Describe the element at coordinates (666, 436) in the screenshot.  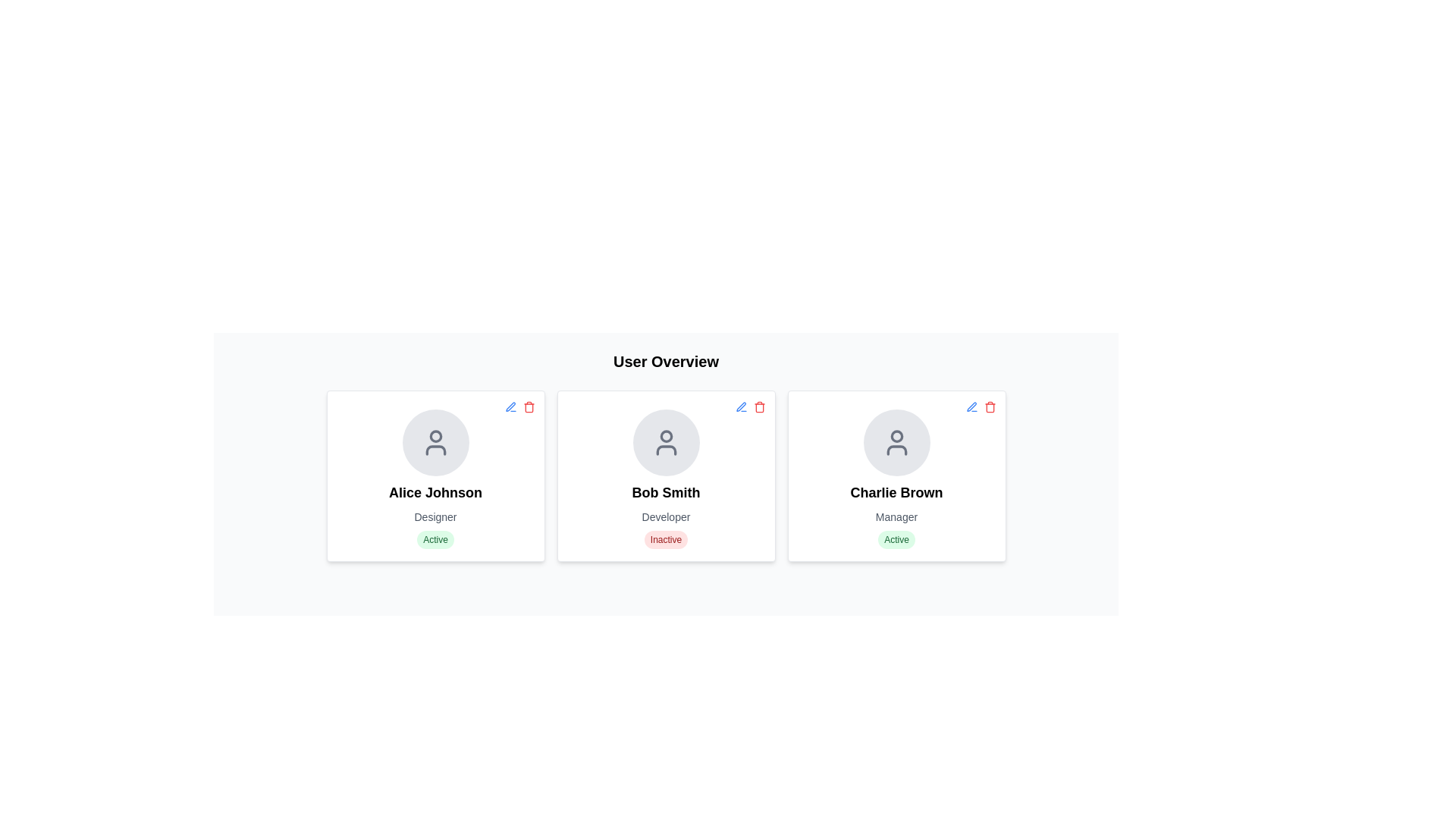
I see `the small circular graphical element located centrally within the user icon representing 'Bob Smith' at the top center of the card` at that location.